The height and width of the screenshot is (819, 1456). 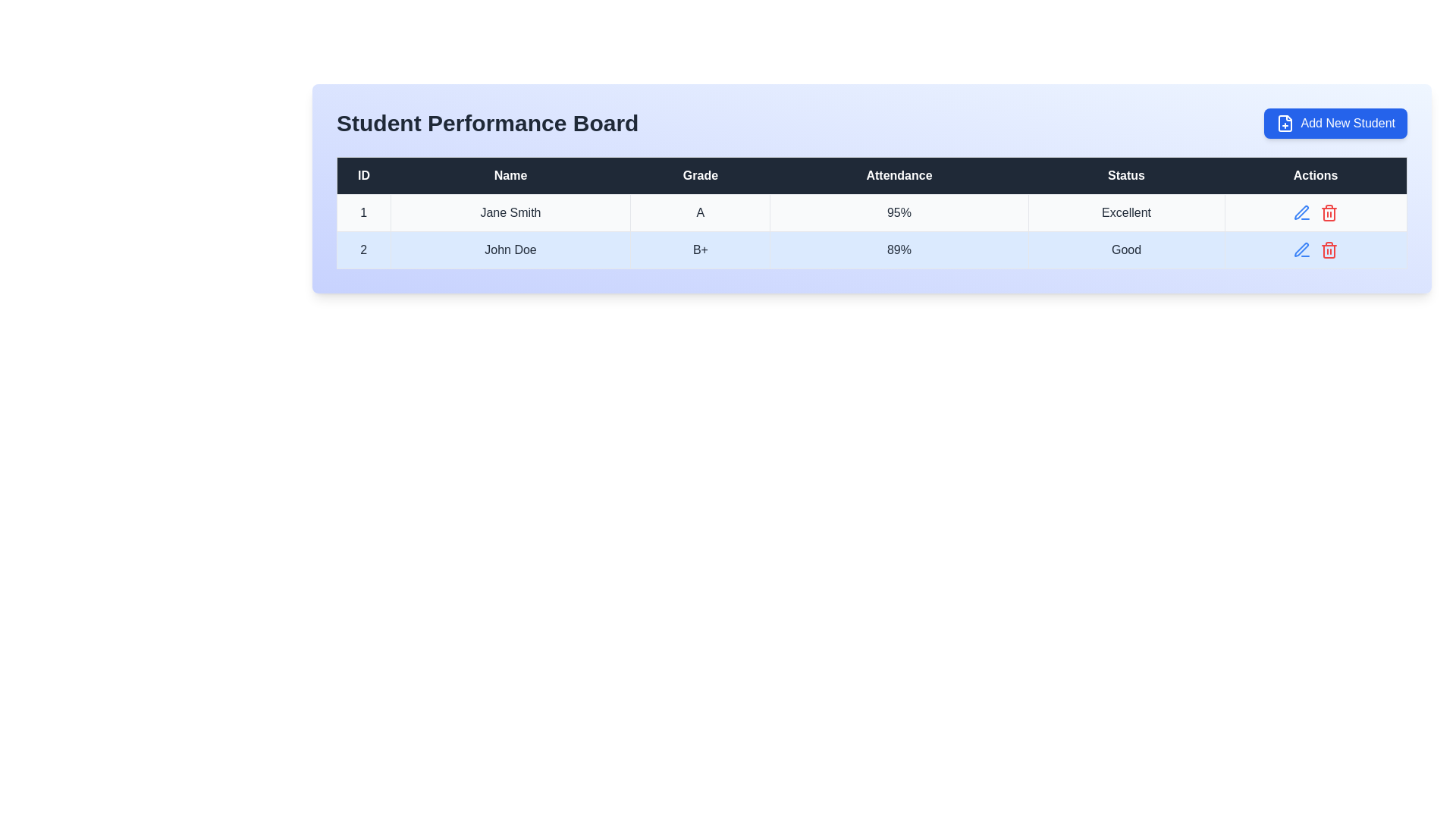 What do you see at coordinates (1126, 249) in the screenshot?
I see `the static text element displaying 'Good' in the 'Status' column for student 'John Doe' on the Student Performance Board` at bounding box center [1126, 249].